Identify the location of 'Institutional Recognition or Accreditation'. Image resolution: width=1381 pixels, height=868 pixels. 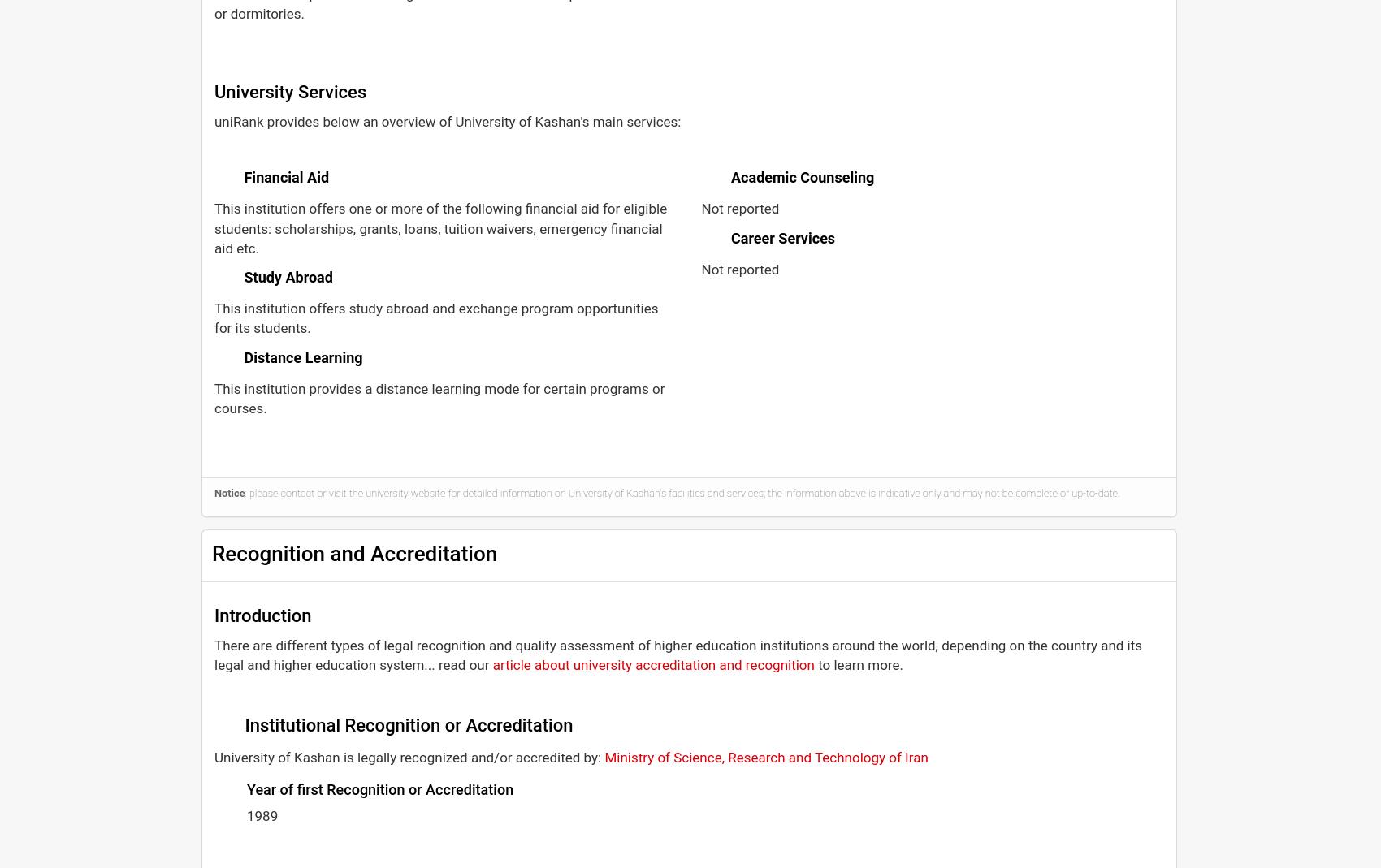
(406, 723).